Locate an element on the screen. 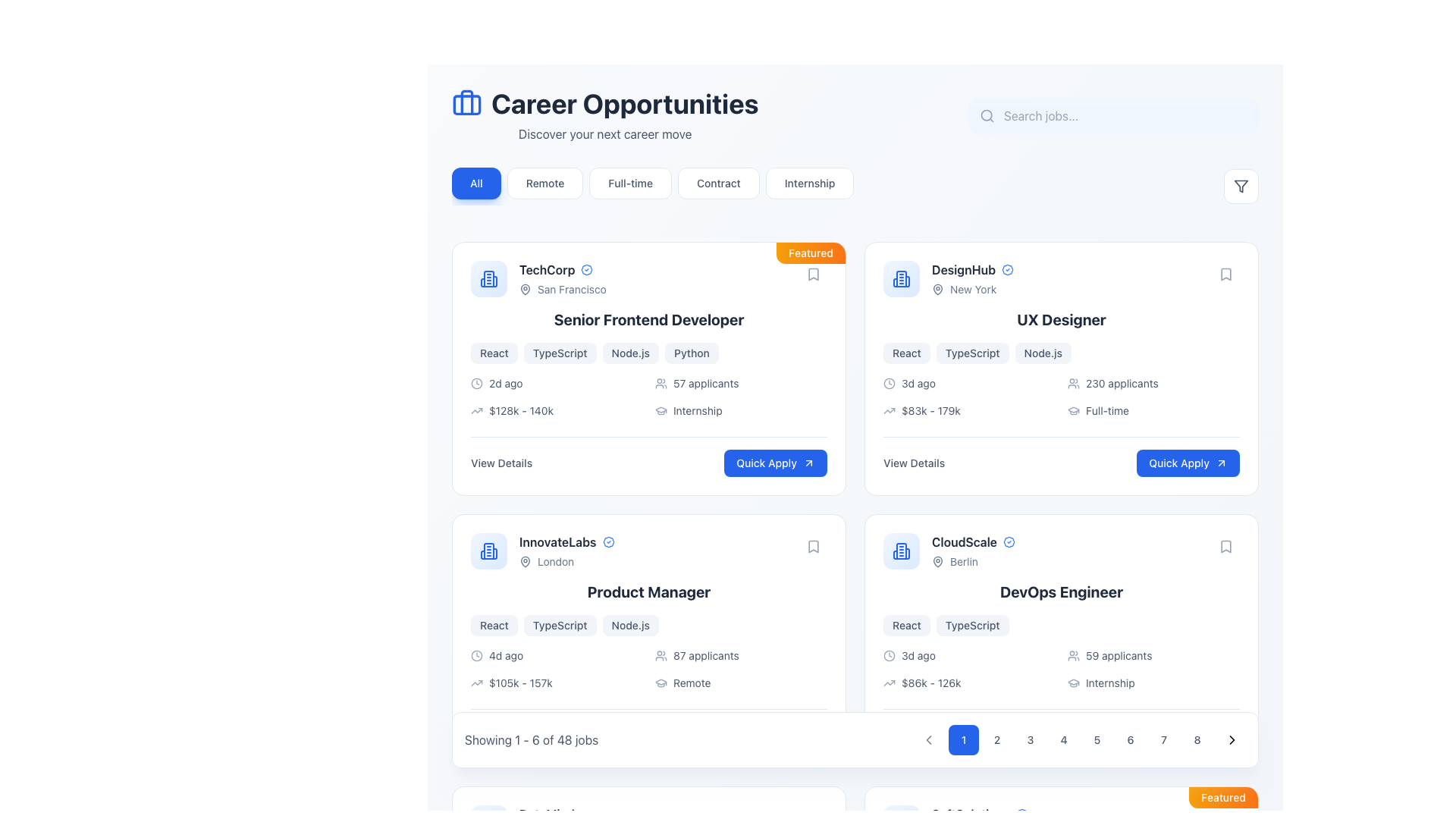 The height and width of the screenshot is (819, 1456). the text label that says 'Discover your next career move', which is displayed in a smaller font beneath the main heading 'Career Opportunities' is located at coordinates (604, 133).